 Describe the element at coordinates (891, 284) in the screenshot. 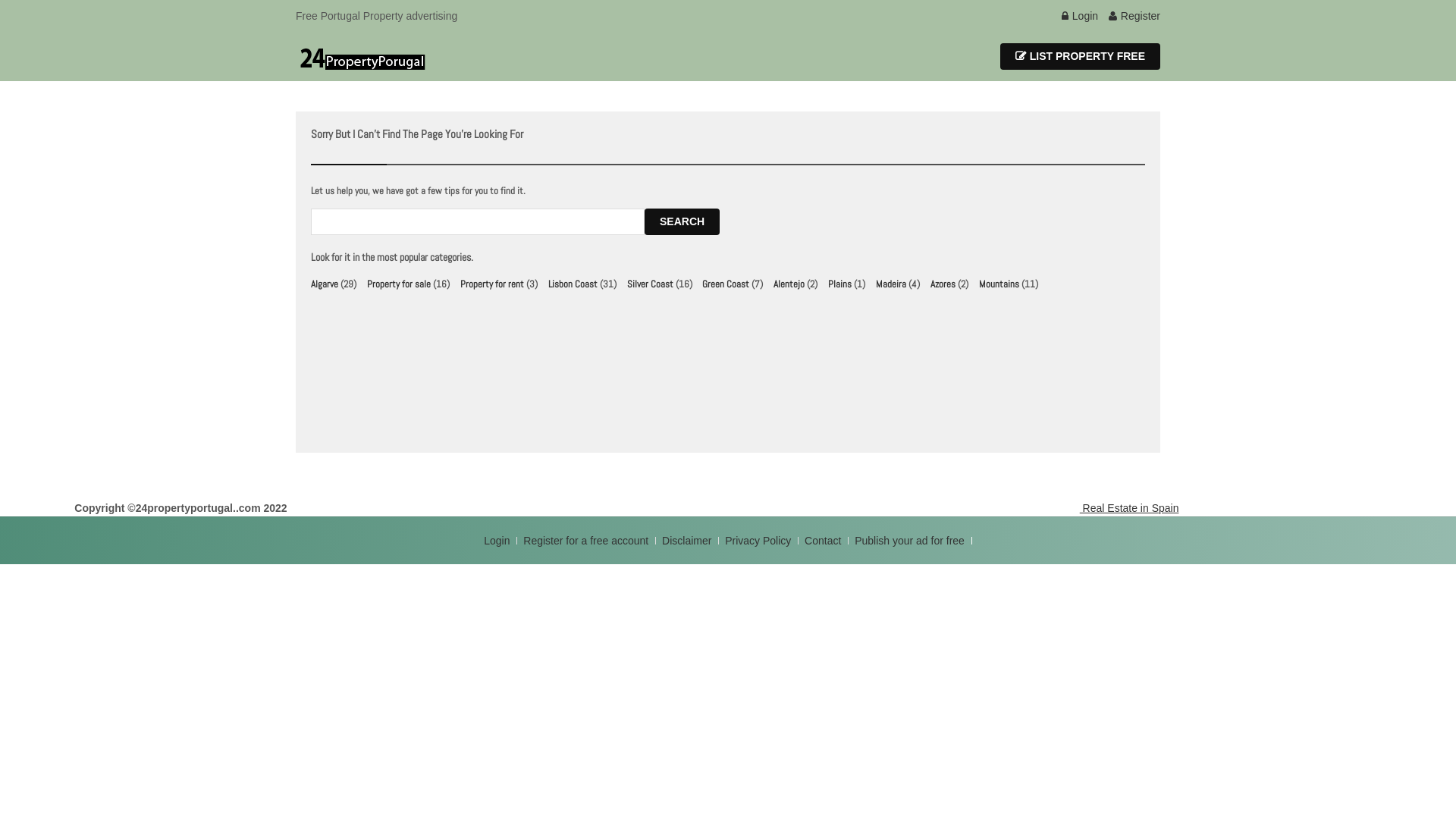

I see `'Madeira'` at that location.